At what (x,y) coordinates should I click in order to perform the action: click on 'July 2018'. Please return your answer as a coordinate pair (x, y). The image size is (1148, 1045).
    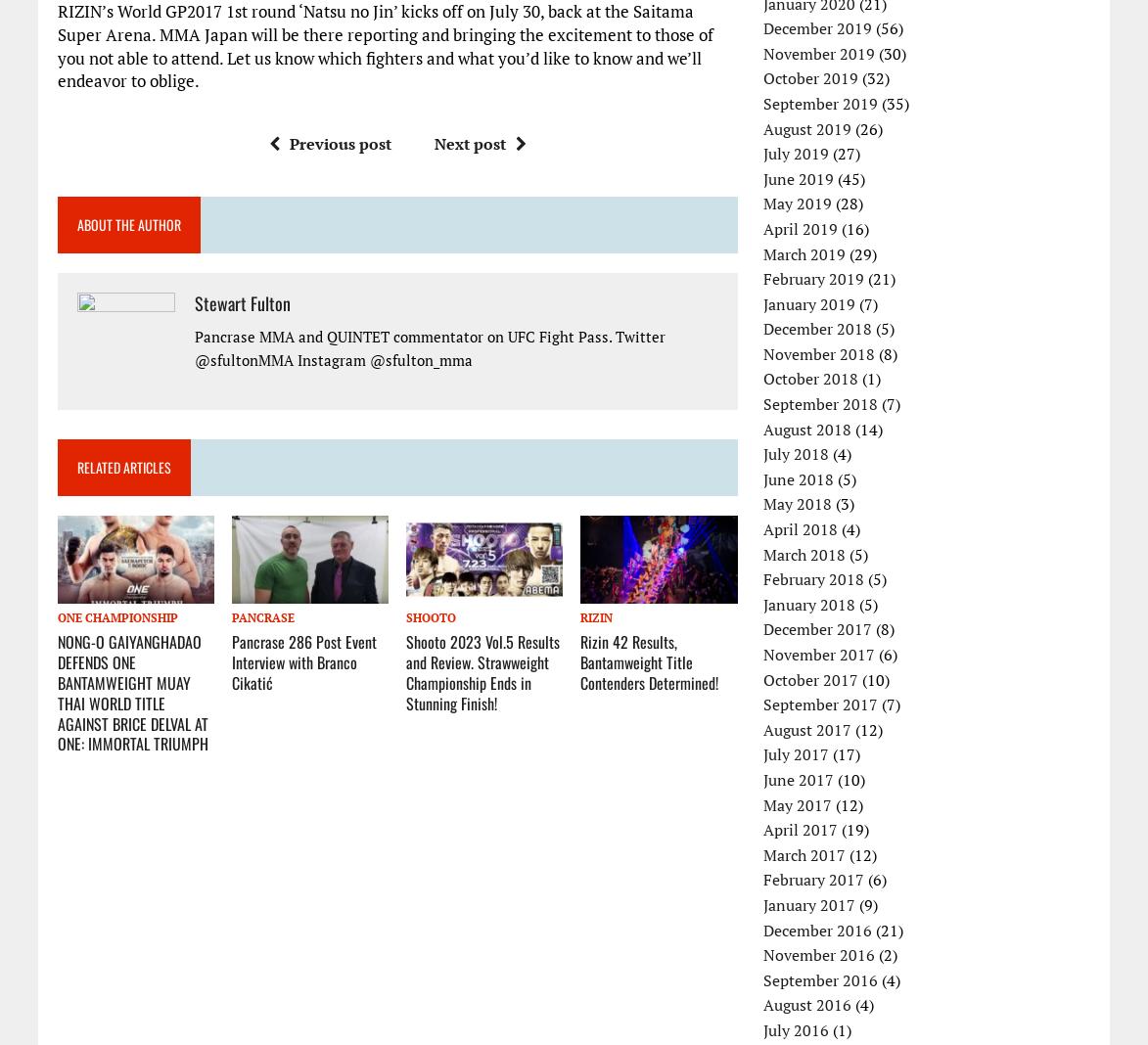
    Looking at the image, I should click on (796, 454).